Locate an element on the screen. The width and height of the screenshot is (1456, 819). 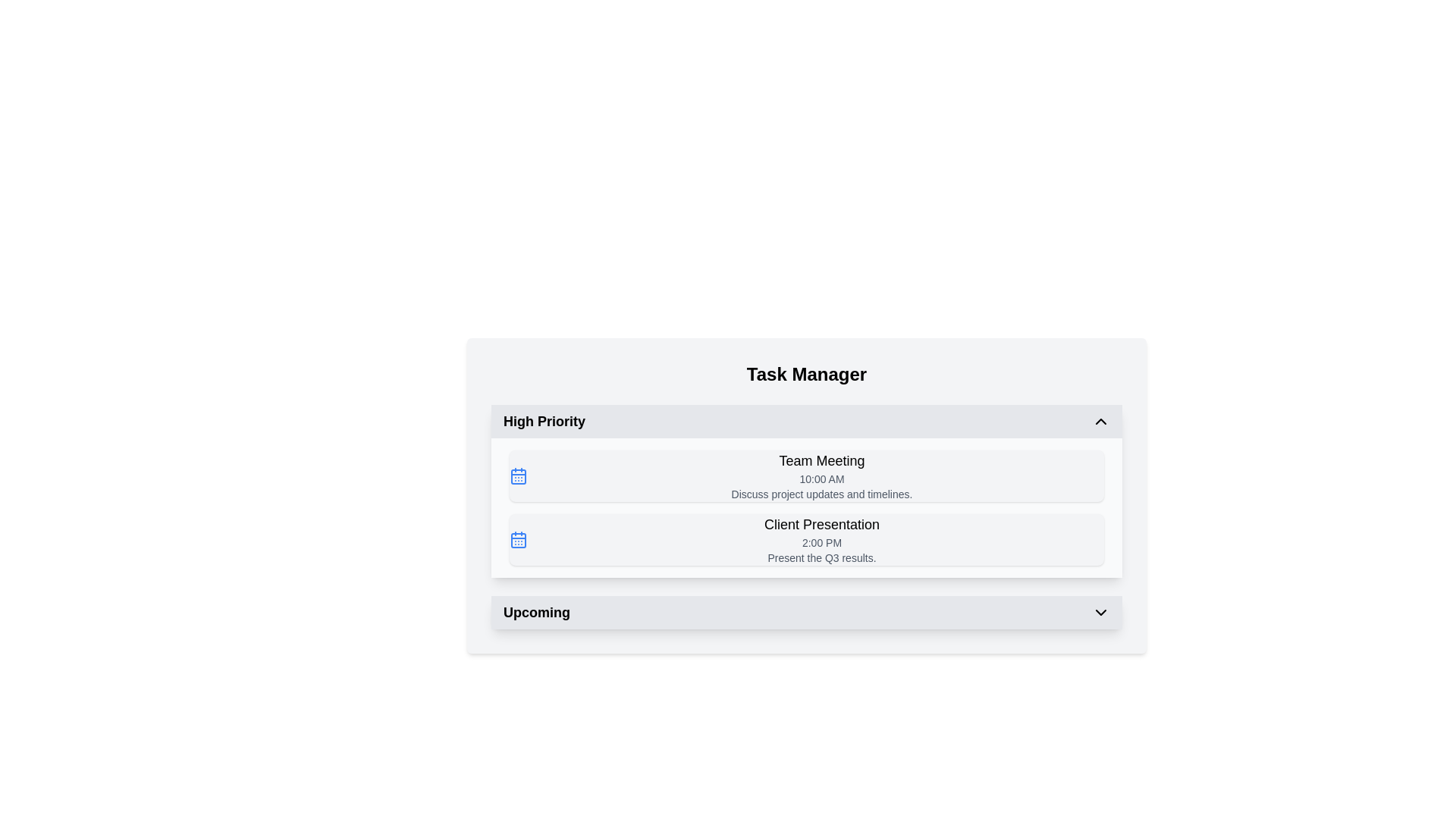
text displayed in the high-priority task title located in the 'Task Manager' panel, specifically above the '10:00 AM' text is located at coordinates (821, 460).